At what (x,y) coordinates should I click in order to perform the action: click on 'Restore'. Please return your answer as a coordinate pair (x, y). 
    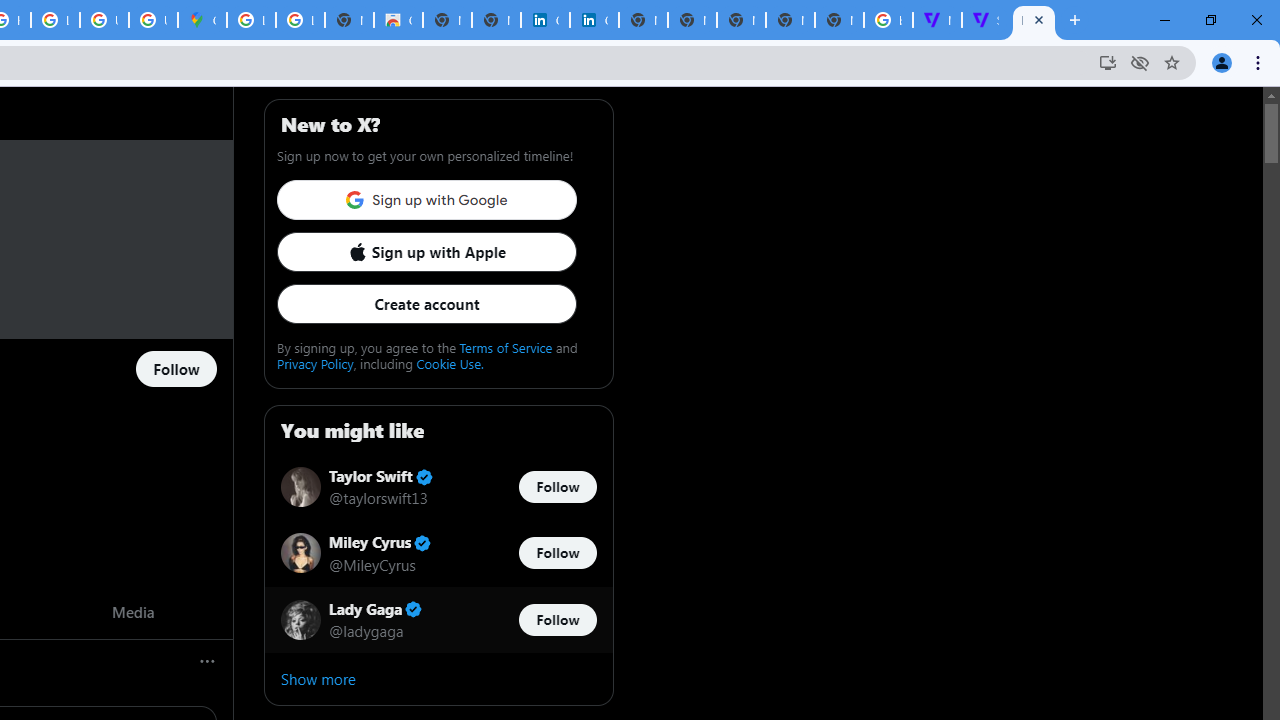
    Looking at the image, I should click on (1209, 20).